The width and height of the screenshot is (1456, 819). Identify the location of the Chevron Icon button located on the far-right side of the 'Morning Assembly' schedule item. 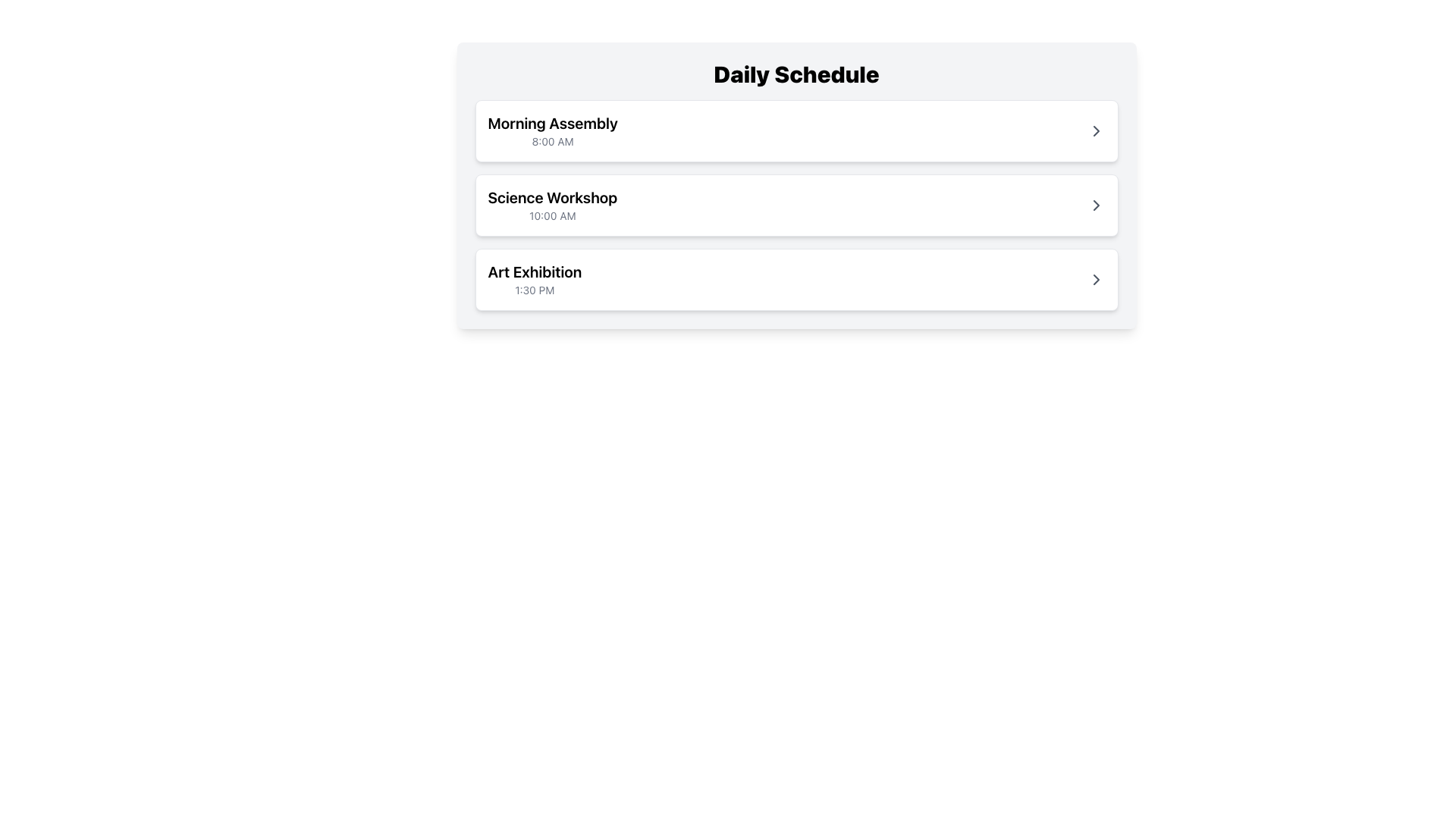
(1096, 130).